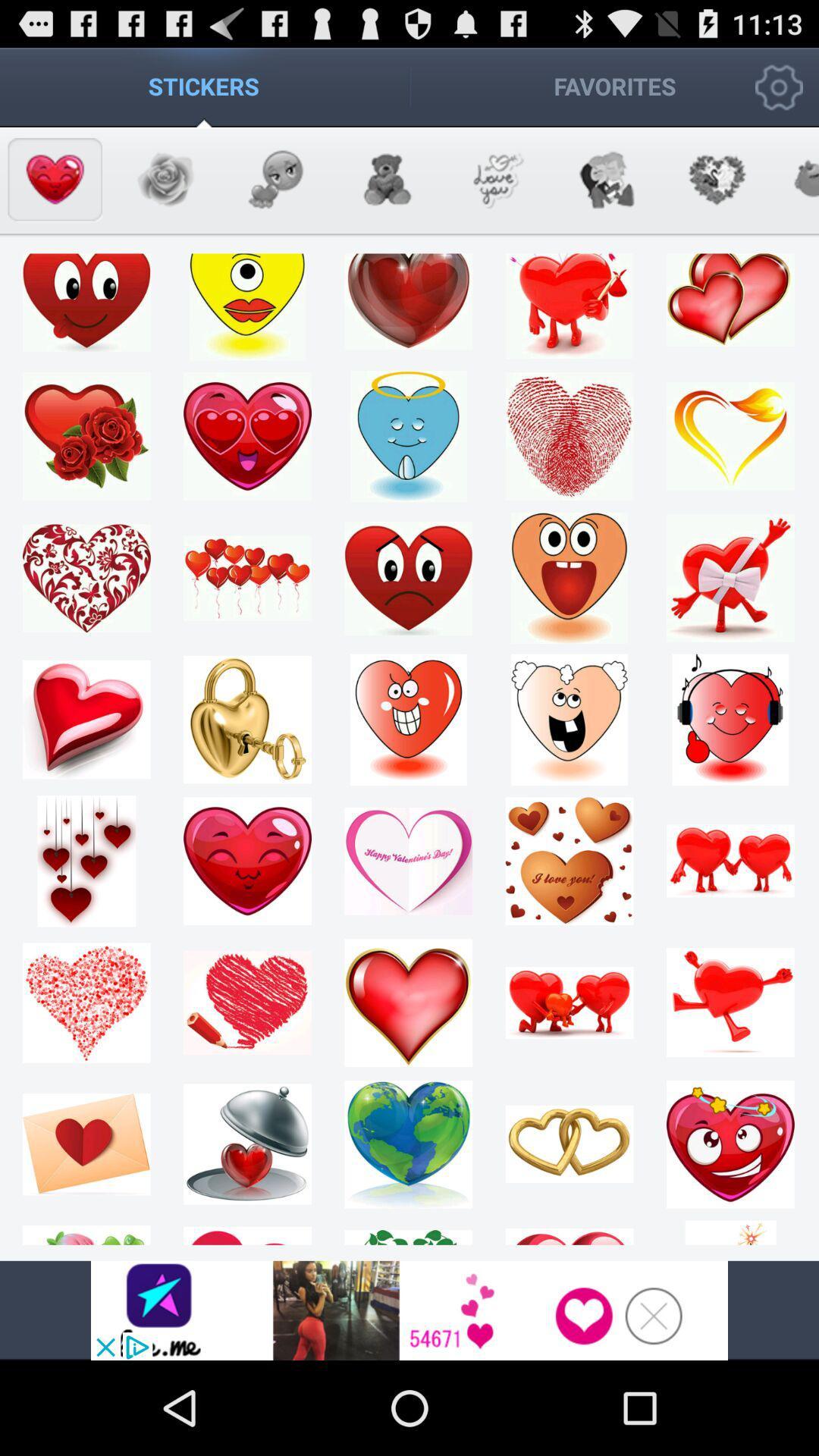 The height and width of the screenshot is (1456, 819). I want to click on the settings icon, so click(717, 192).